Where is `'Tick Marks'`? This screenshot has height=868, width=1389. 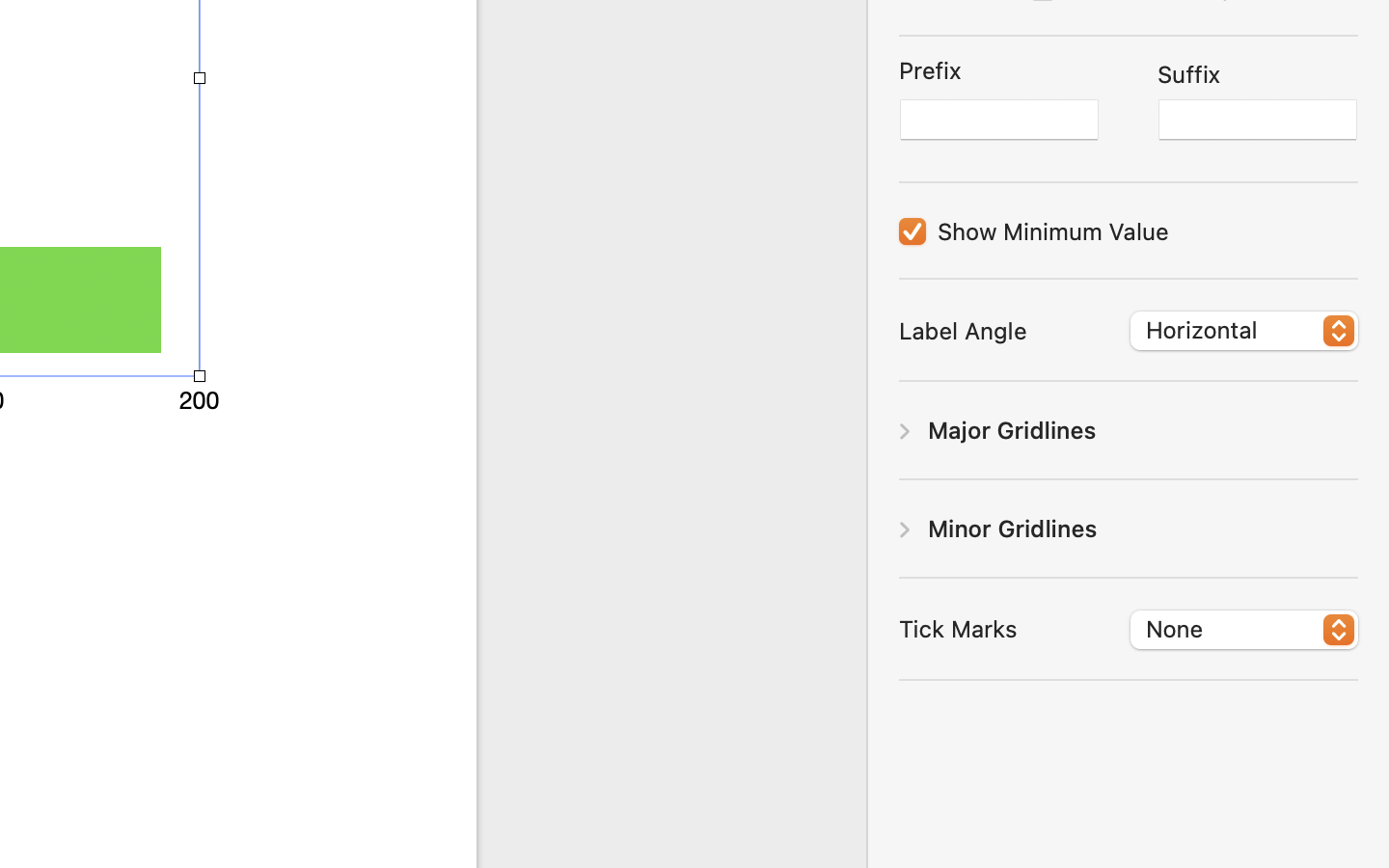
'Tick Marks' is located at coordinates (957, 627).